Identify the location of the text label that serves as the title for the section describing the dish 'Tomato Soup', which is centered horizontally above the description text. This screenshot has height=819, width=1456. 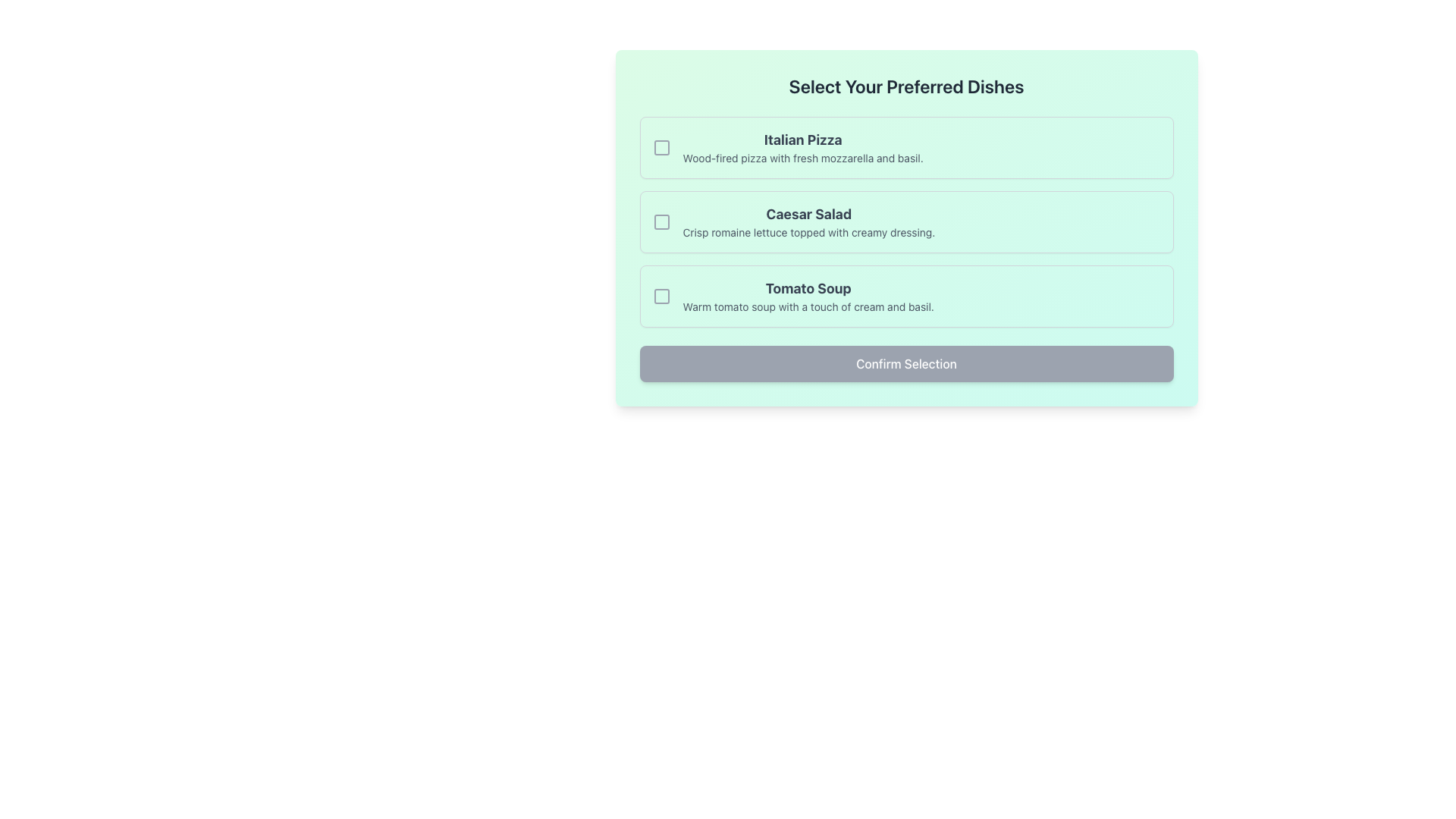
(808, 289).